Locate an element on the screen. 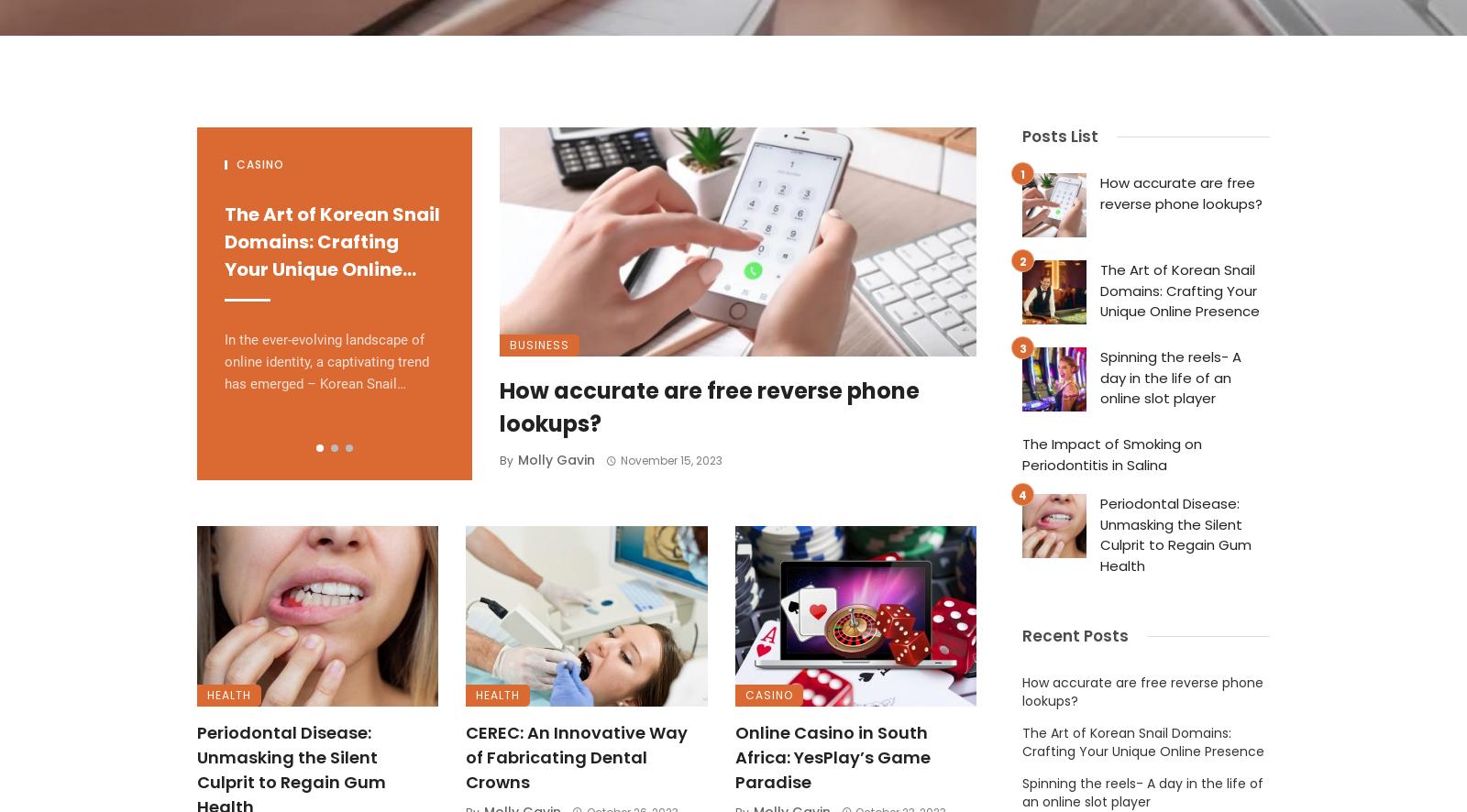 This screenshot has height=812, width=1467. 'Posts List' is located at coordinates (1060, 136).